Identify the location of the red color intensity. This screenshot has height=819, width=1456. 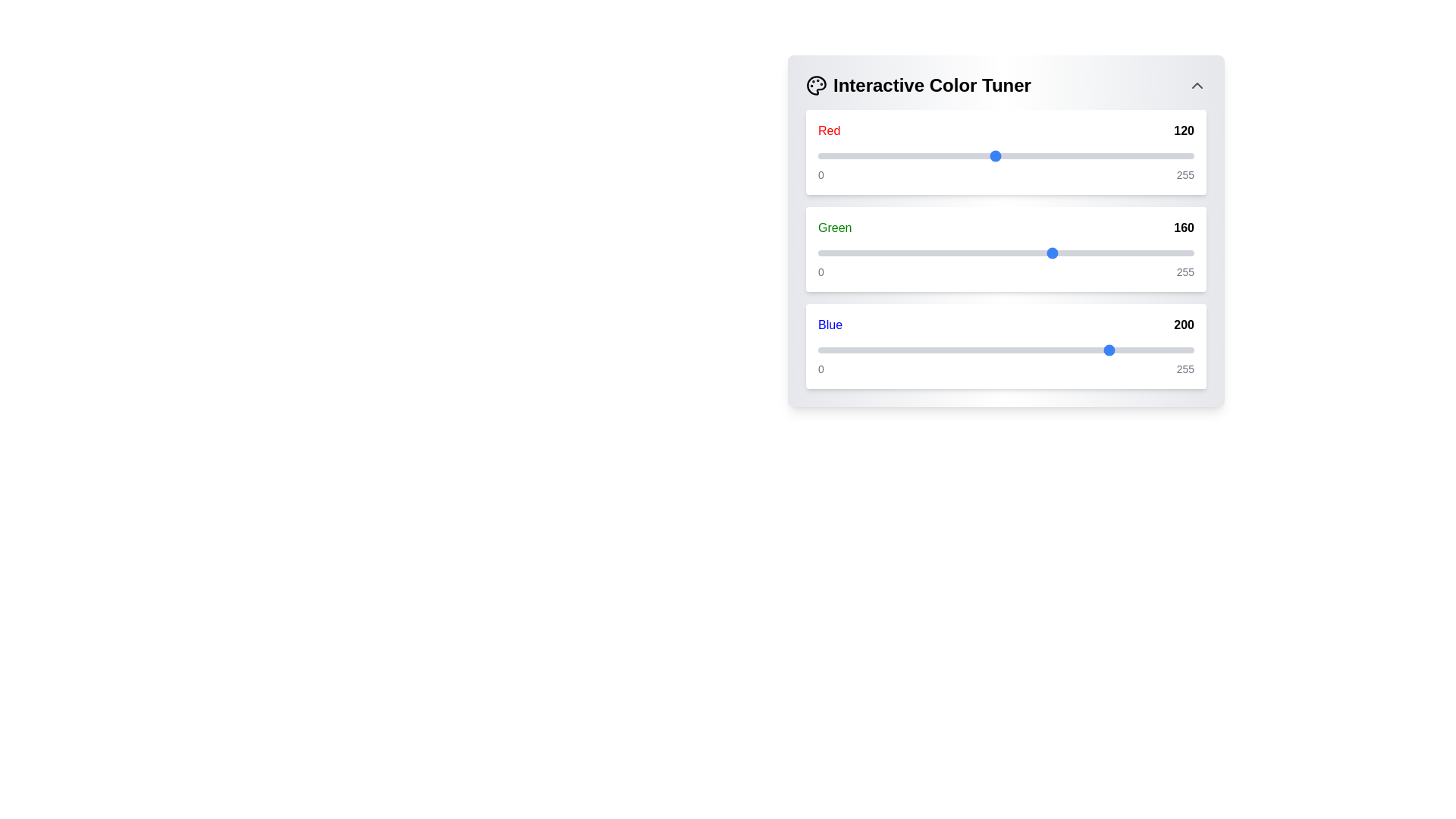
(955, 155).